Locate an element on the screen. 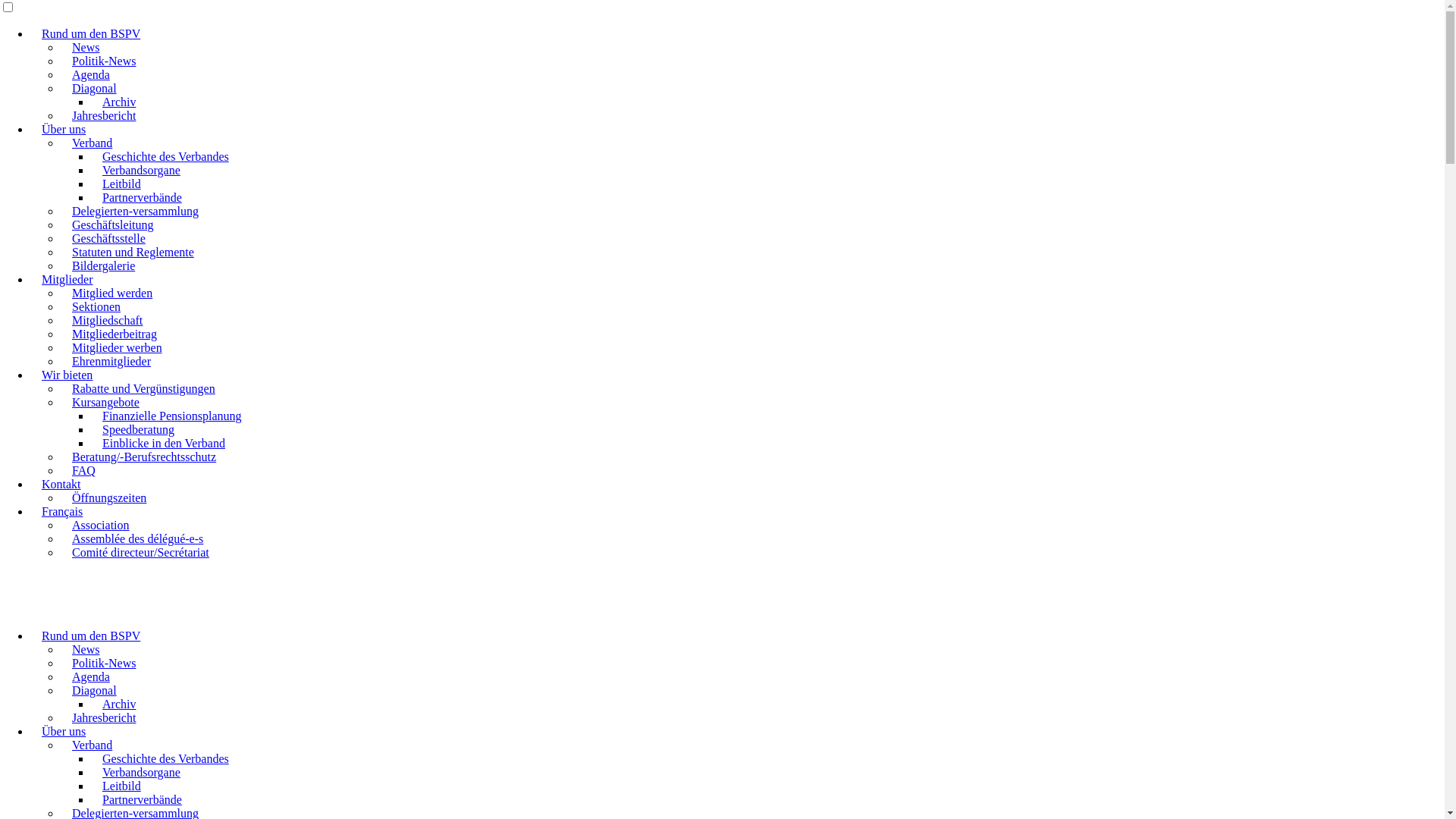  'Mitglieder' is located at coordinates (30, 279).